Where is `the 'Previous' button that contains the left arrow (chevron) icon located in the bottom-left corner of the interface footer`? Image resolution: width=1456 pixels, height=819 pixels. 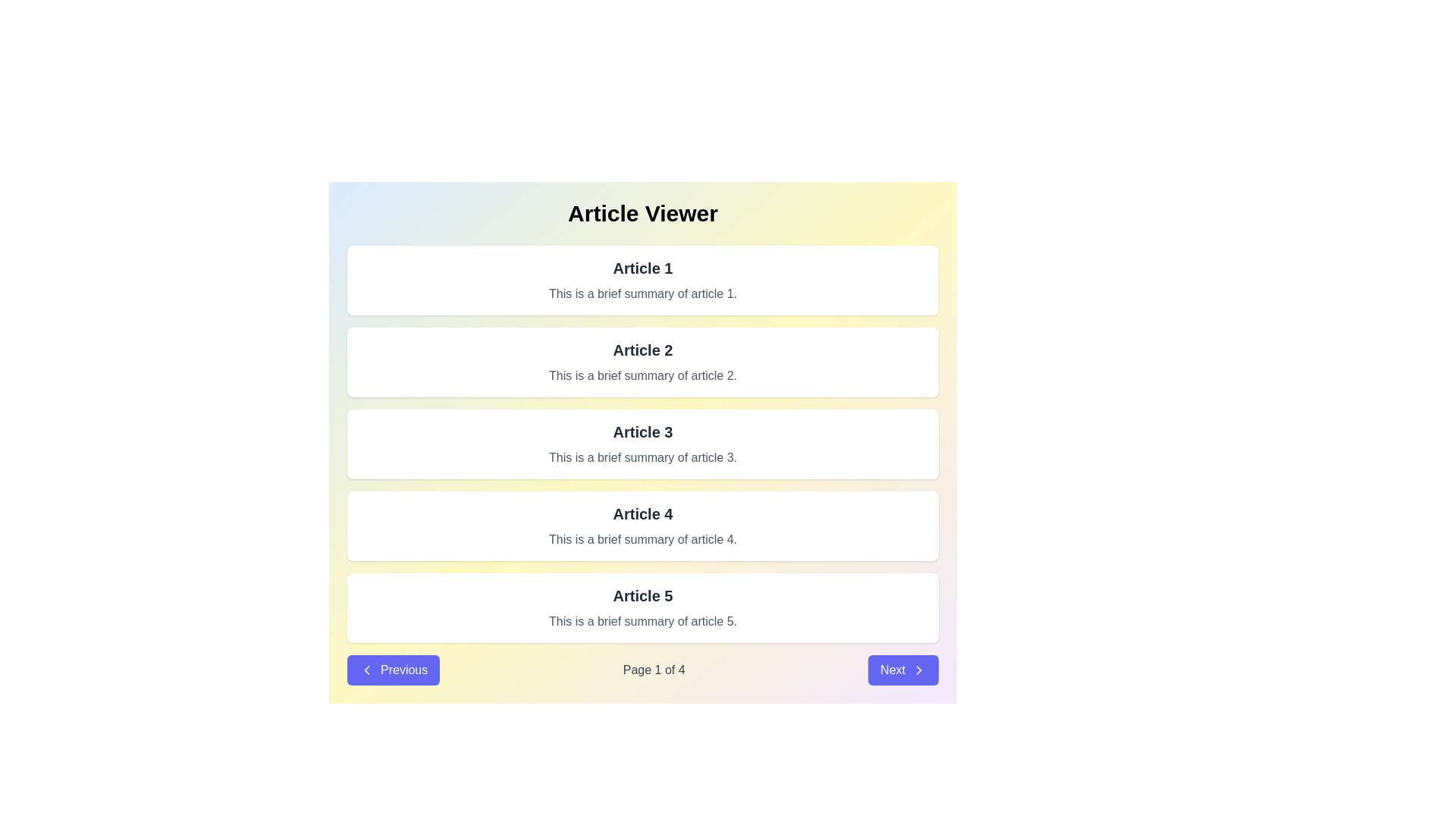 the 'Previous' button that contains the left arrow (chevron) icon located in the bottom-left corner of the interface footer is located at coordinates (367, 669).